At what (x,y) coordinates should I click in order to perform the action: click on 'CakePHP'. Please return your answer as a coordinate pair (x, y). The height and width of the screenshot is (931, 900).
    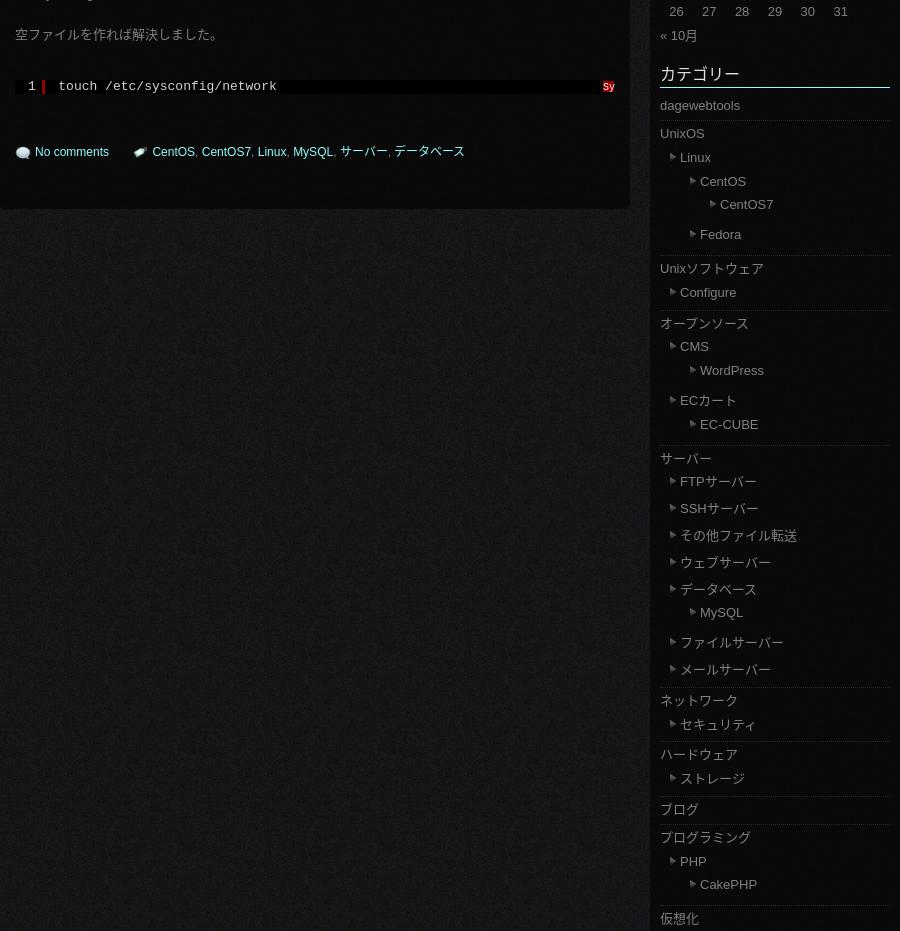
    Looking at the image, I should click on (727, 884).